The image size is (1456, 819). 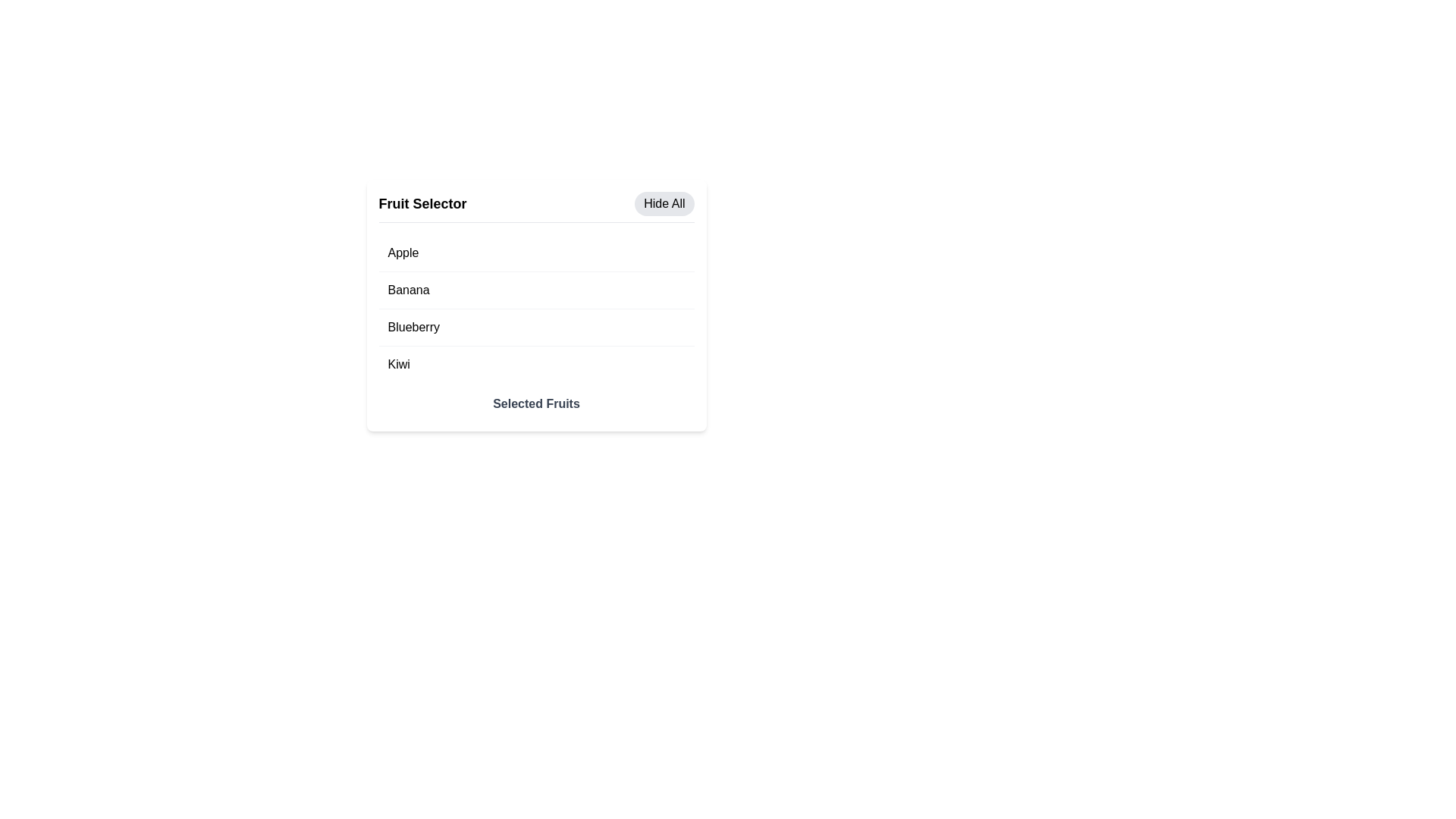 What do you see at coordinates (422, 203) in the screenshot?
I see `the text label displaying 'Fruit Selector', which is styled in bold and larger font size, located at the top-left corner of the interface` at bounding box center [422, 203].